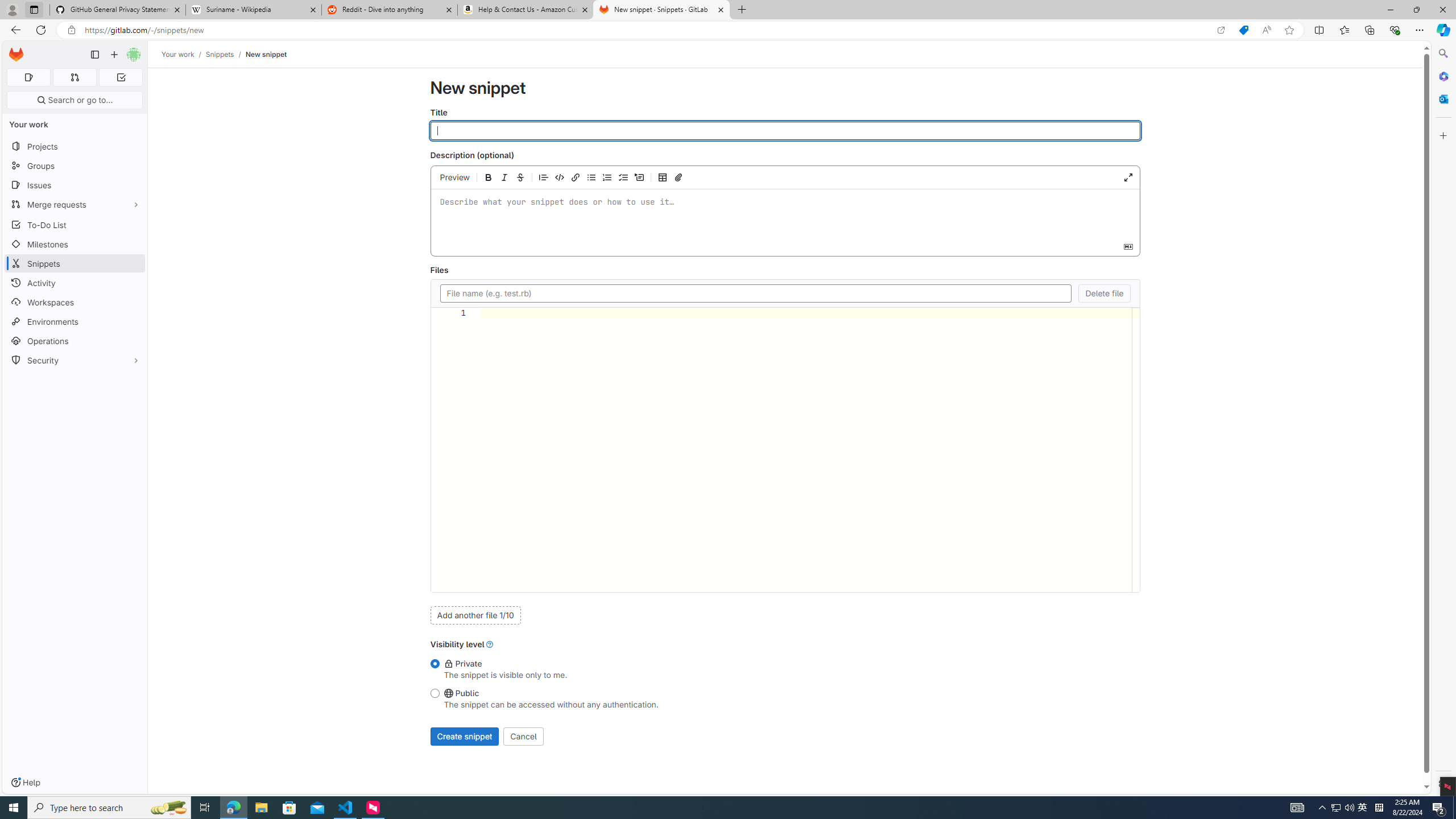 The height and width of the screenshot is (819, 1456). What do you see at coordinates (74, 146) in the screenshot?
I see `'Projects'` at bounding box center [74, 146].